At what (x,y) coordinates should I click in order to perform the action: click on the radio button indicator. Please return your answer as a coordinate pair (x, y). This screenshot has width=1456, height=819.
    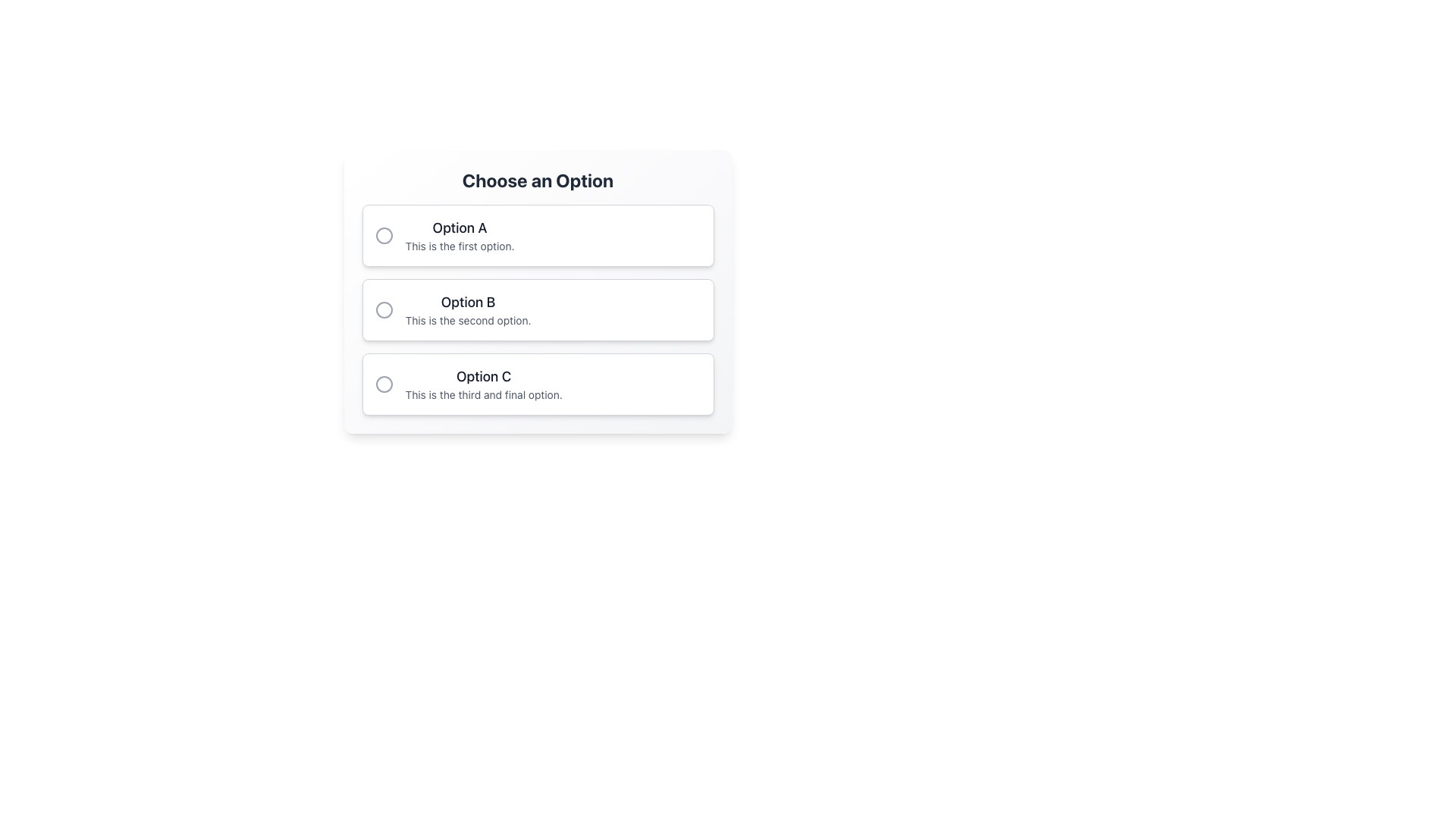
    Looking at the image, I should click on (384, 236).